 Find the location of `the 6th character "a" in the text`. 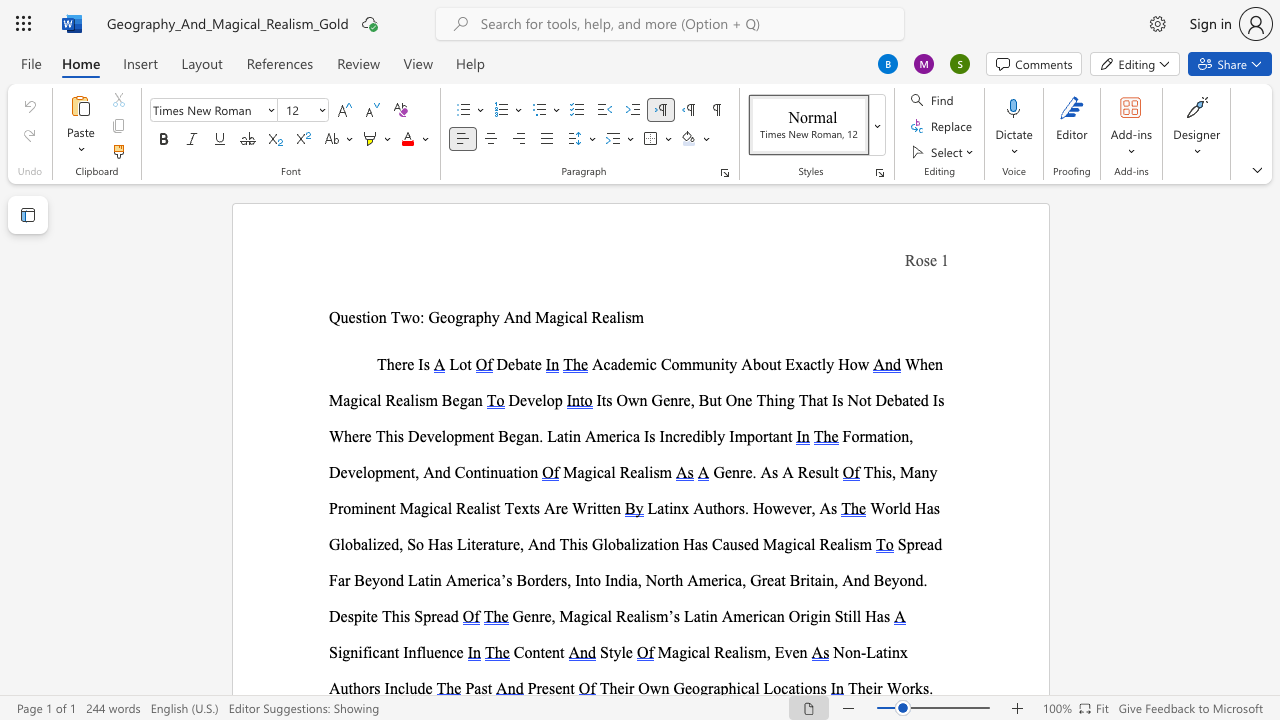

the 6th character "a" in the text is located at coordinates (880, 615).